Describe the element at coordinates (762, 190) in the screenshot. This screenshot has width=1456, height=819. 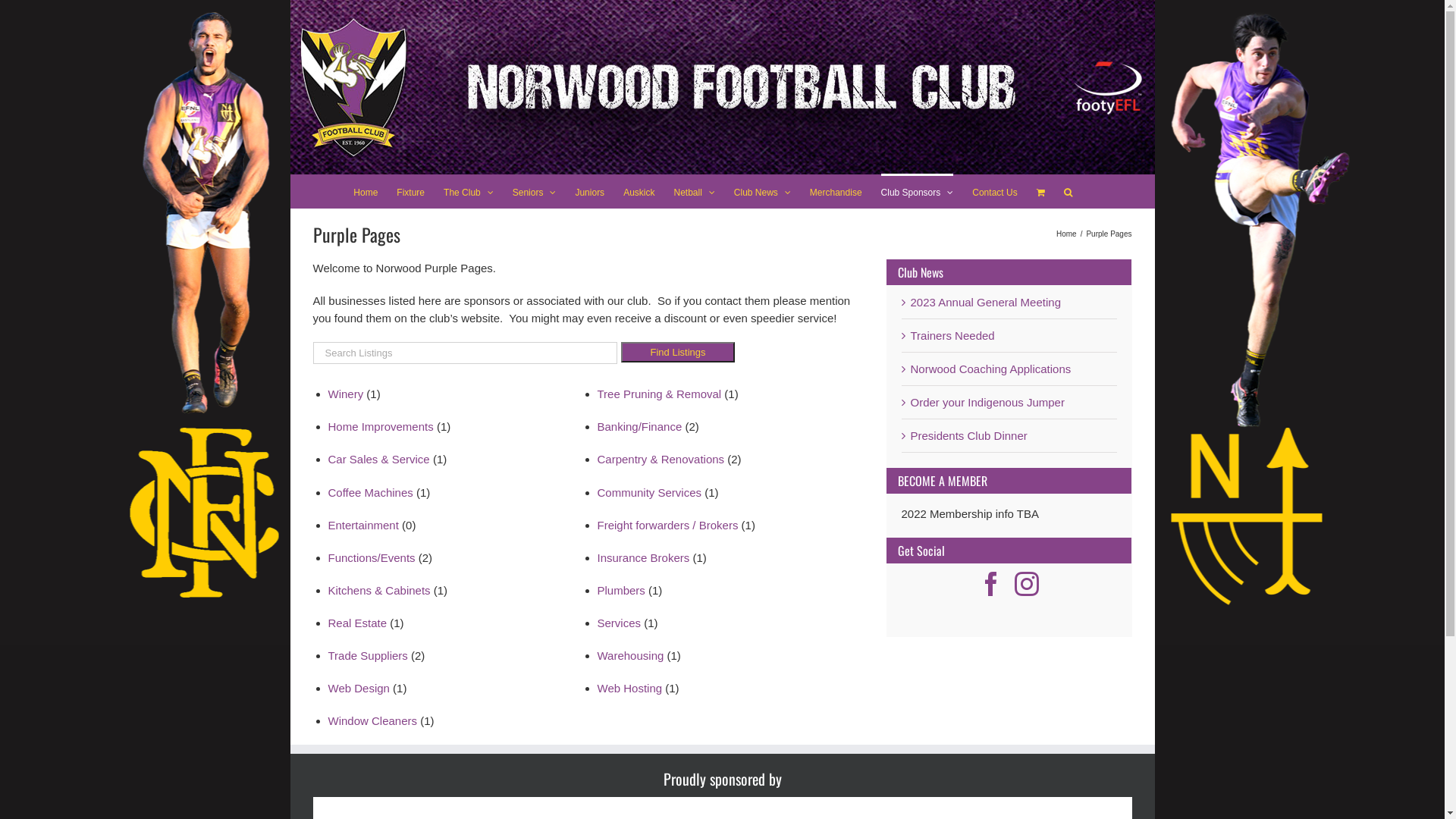
I see `'Club News'` at that location.